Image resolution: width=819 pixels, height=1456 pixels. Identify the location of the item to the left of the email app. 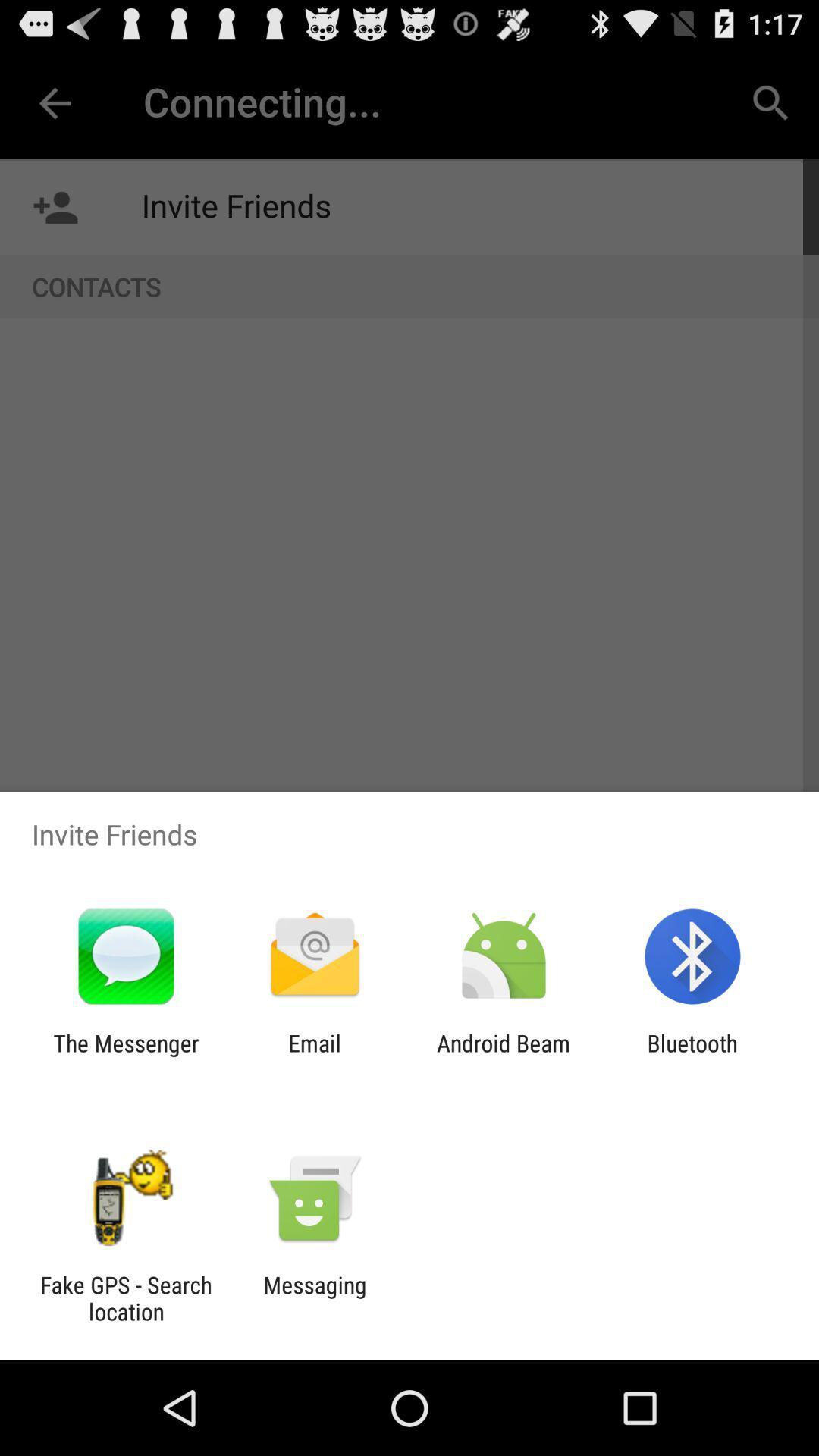
(125, 1056).